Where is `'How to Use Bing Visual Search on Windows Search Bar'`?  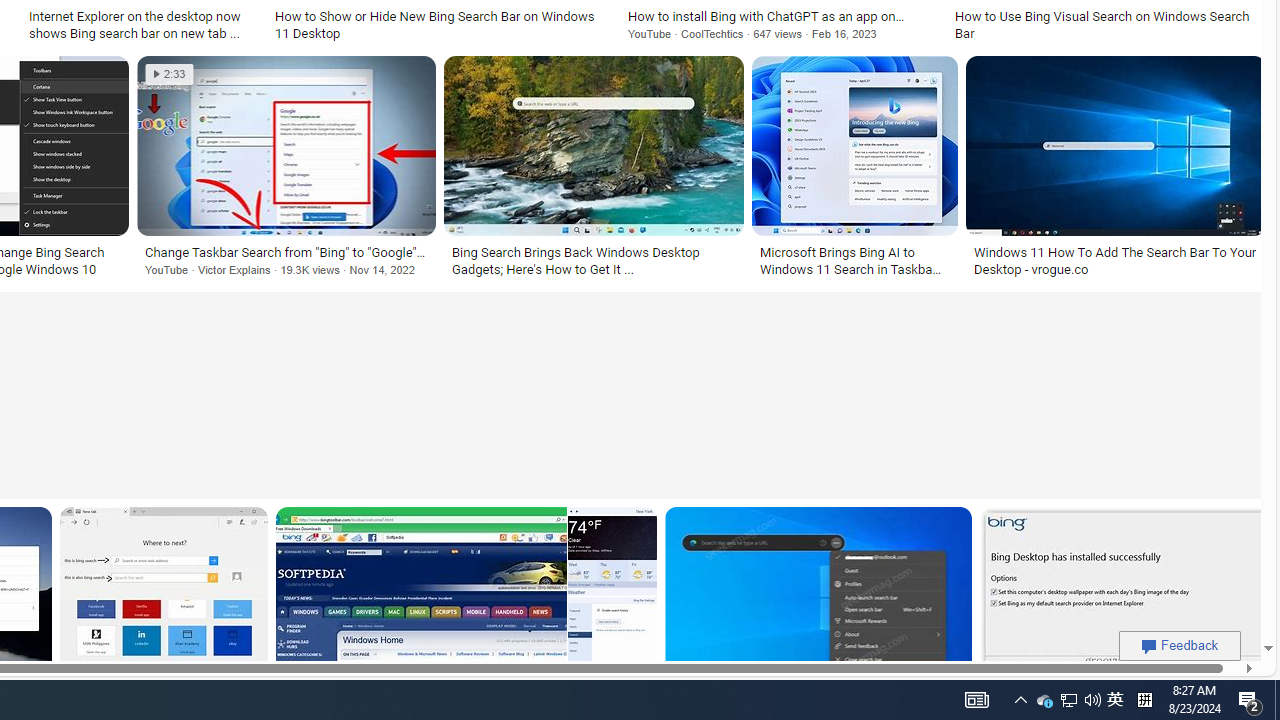 'How to Use Bing Visual Search on Windows Search Bar' is located at coordinates (1105, 24).